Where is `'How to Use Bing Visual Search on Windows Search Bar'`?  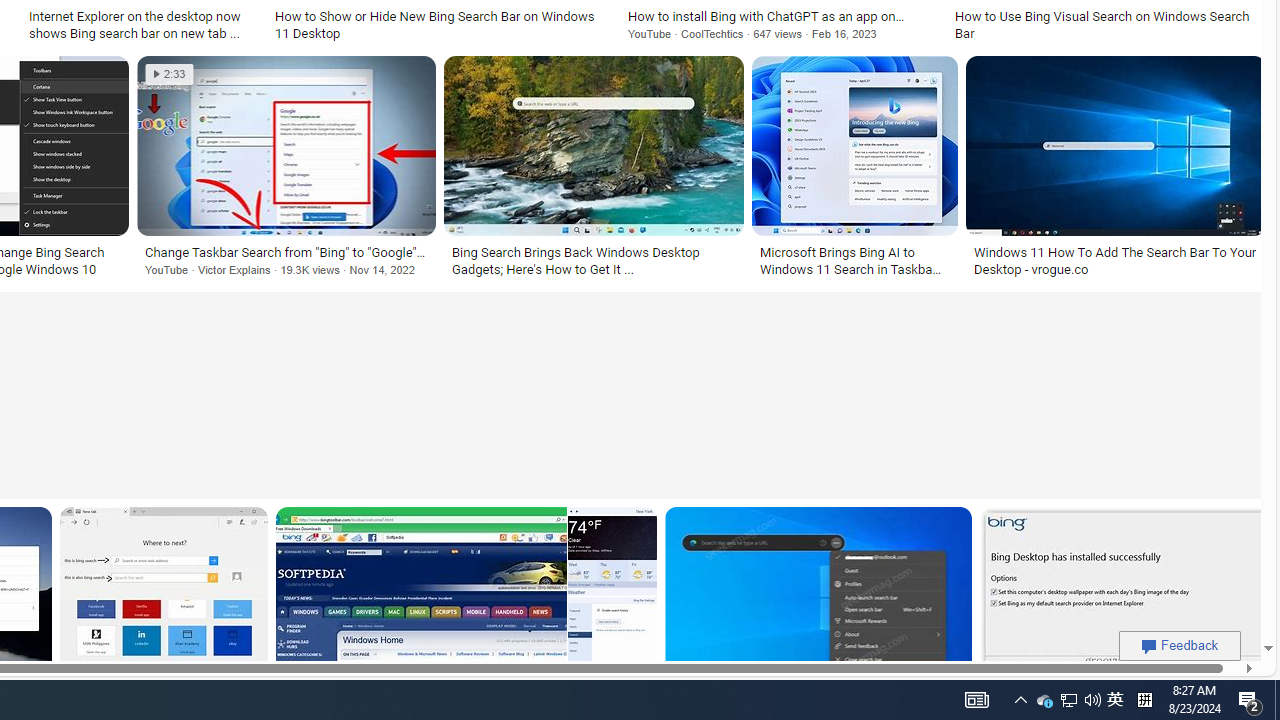 'How to Use Bing Visual Search on Windows Search Bar' is located at coordinates (1105, 24).